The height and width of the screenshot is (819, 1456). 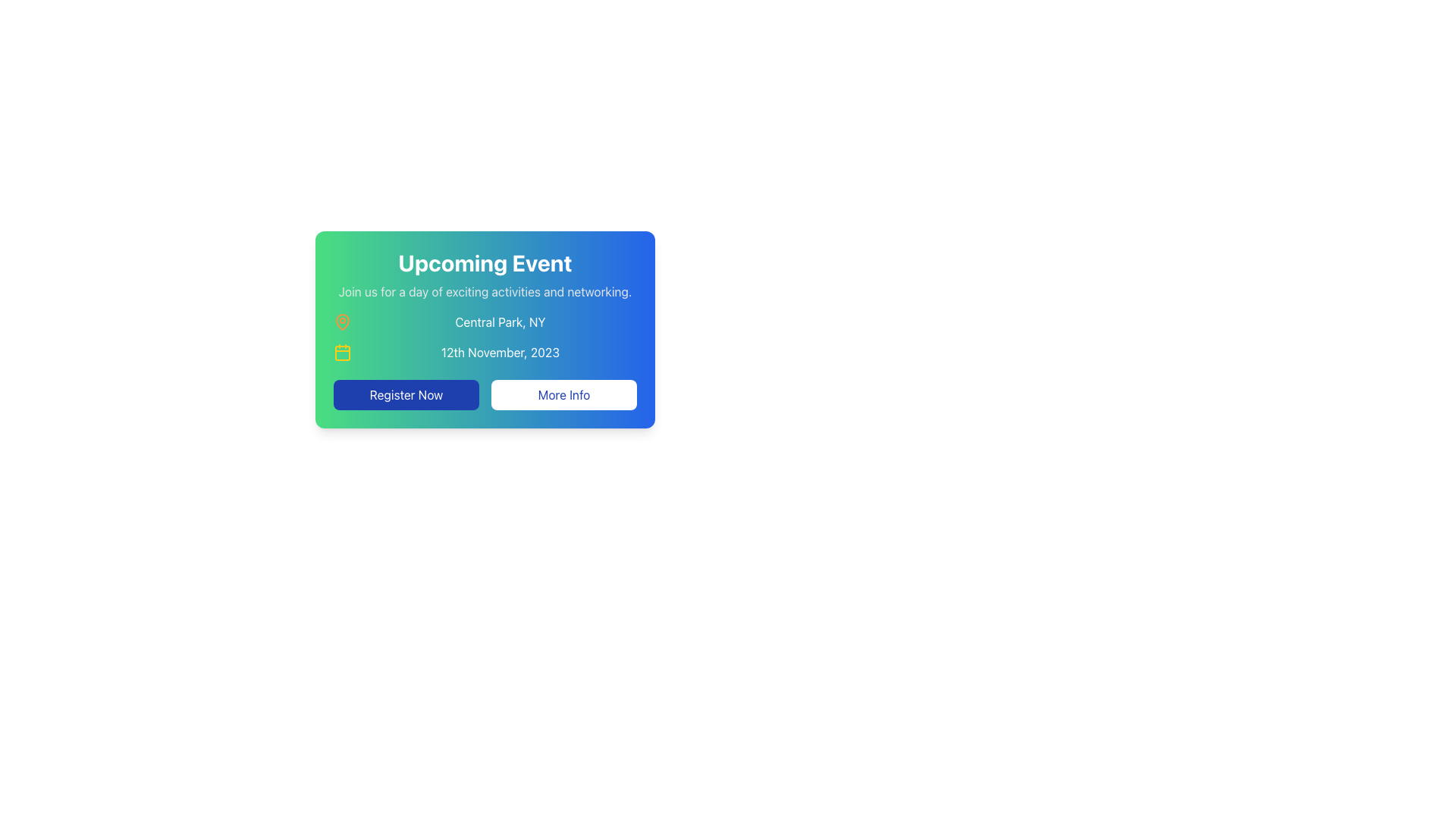 I want to click on the static text label that serves as a title or heading for the event being advertised, located at the top part of the rectangular card interface, so click(x=484, y=262).